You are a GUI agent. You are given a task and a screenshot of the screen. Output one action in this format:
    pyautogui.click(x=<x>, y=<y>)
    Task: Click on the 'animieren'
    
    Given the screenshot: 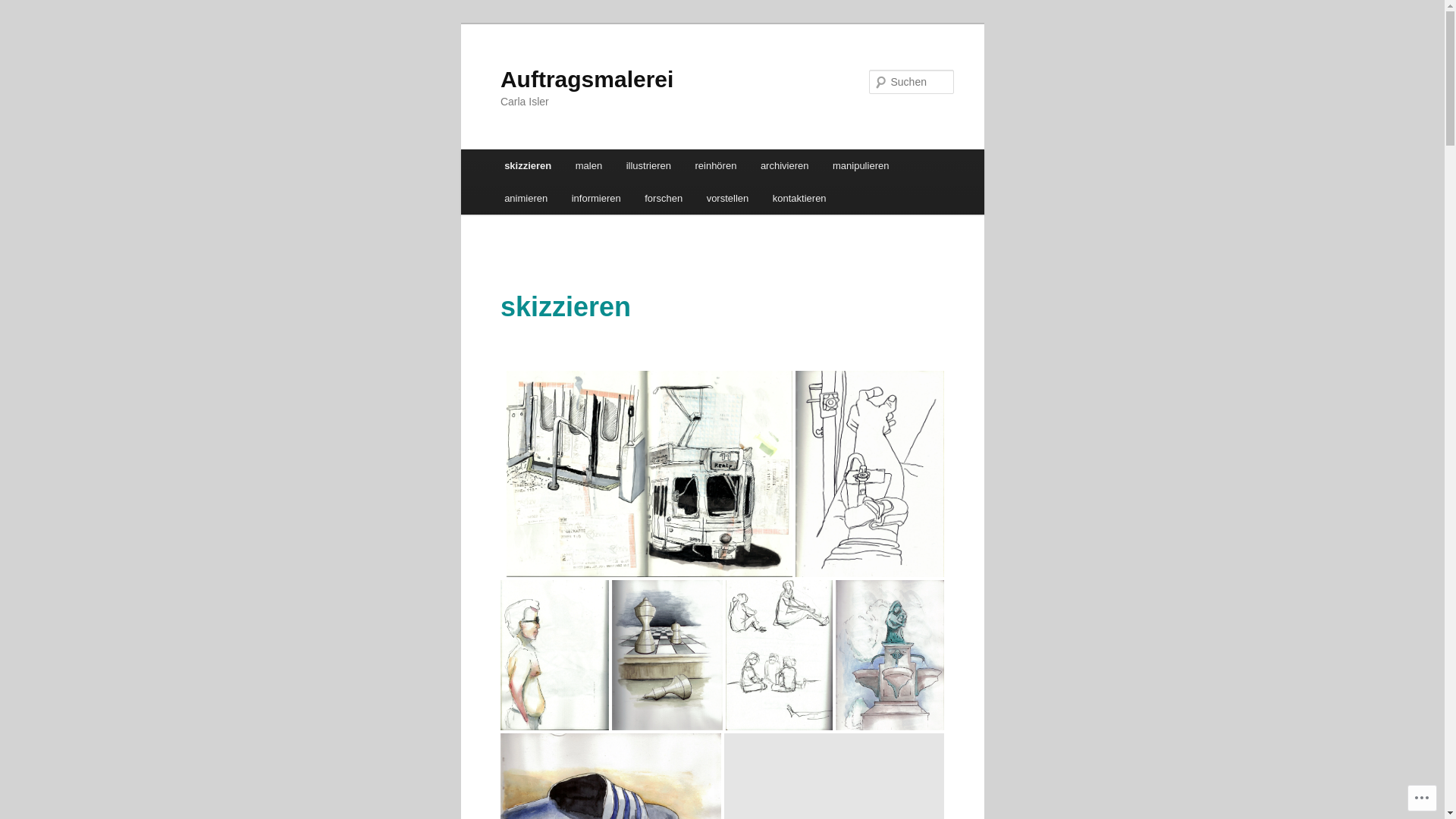 What is the action you would take?
    pyautogui.click(x=491, y=197)
    